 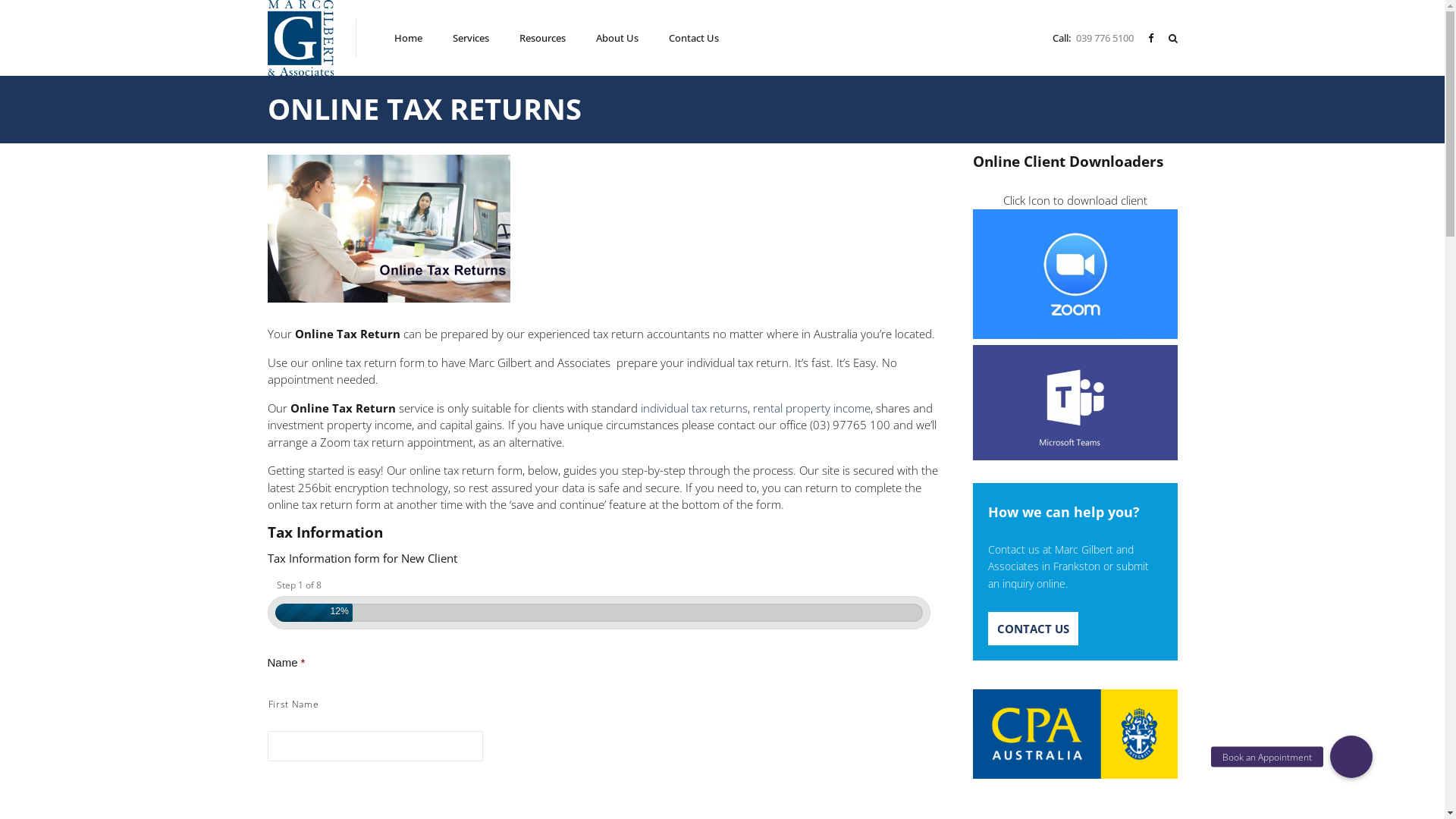 What do you see at coordinates (469, 37) in the screenshot?
I see `'Services'` at bounding box center [469, 37].